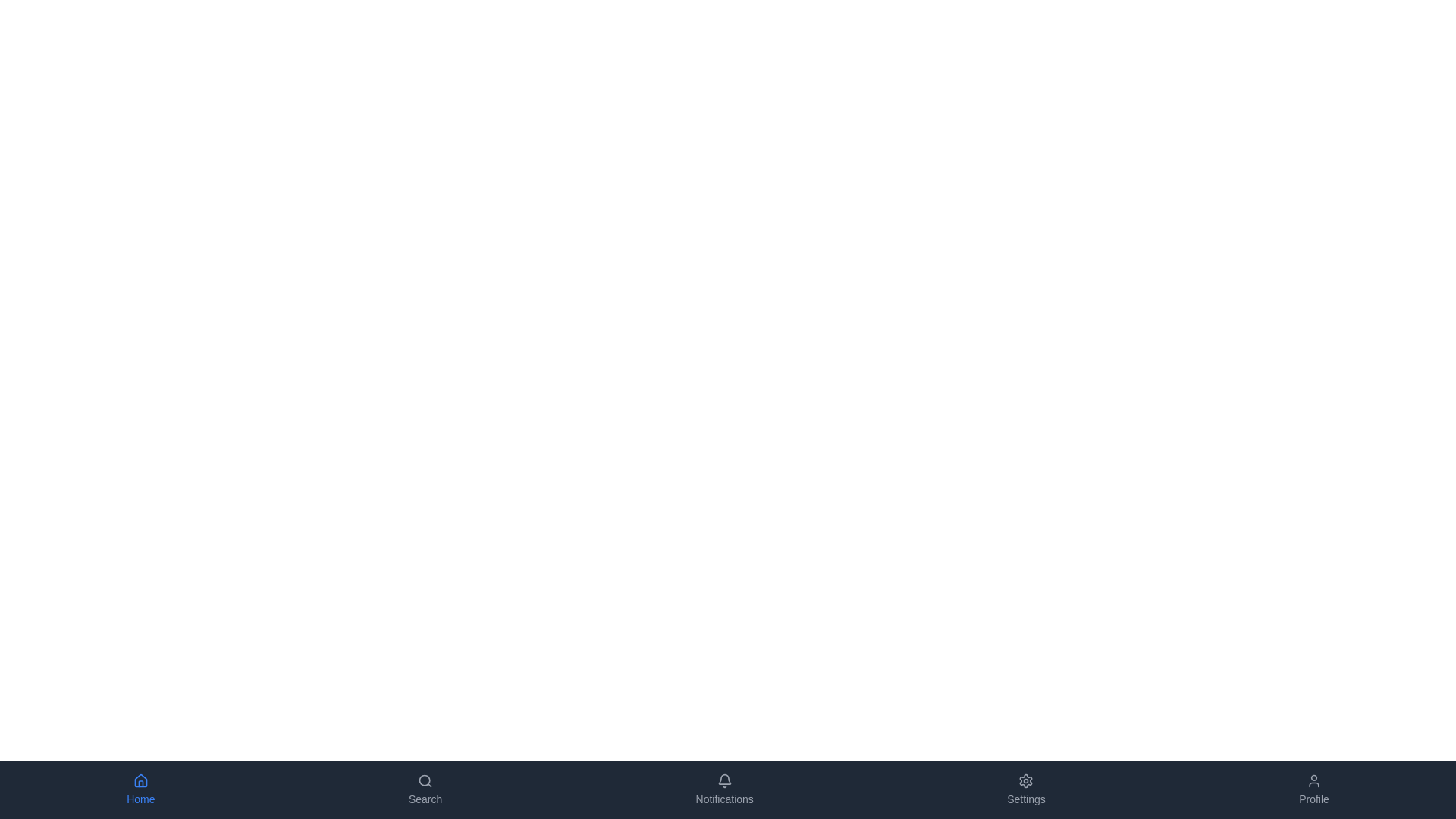  Describe the element at coordinates (425, 780) in the screenshot. I see `the 'Search' icon in the bottom navigation bar, which visually represents the interactive 'Search' functionality and indicates its active status` at that location.